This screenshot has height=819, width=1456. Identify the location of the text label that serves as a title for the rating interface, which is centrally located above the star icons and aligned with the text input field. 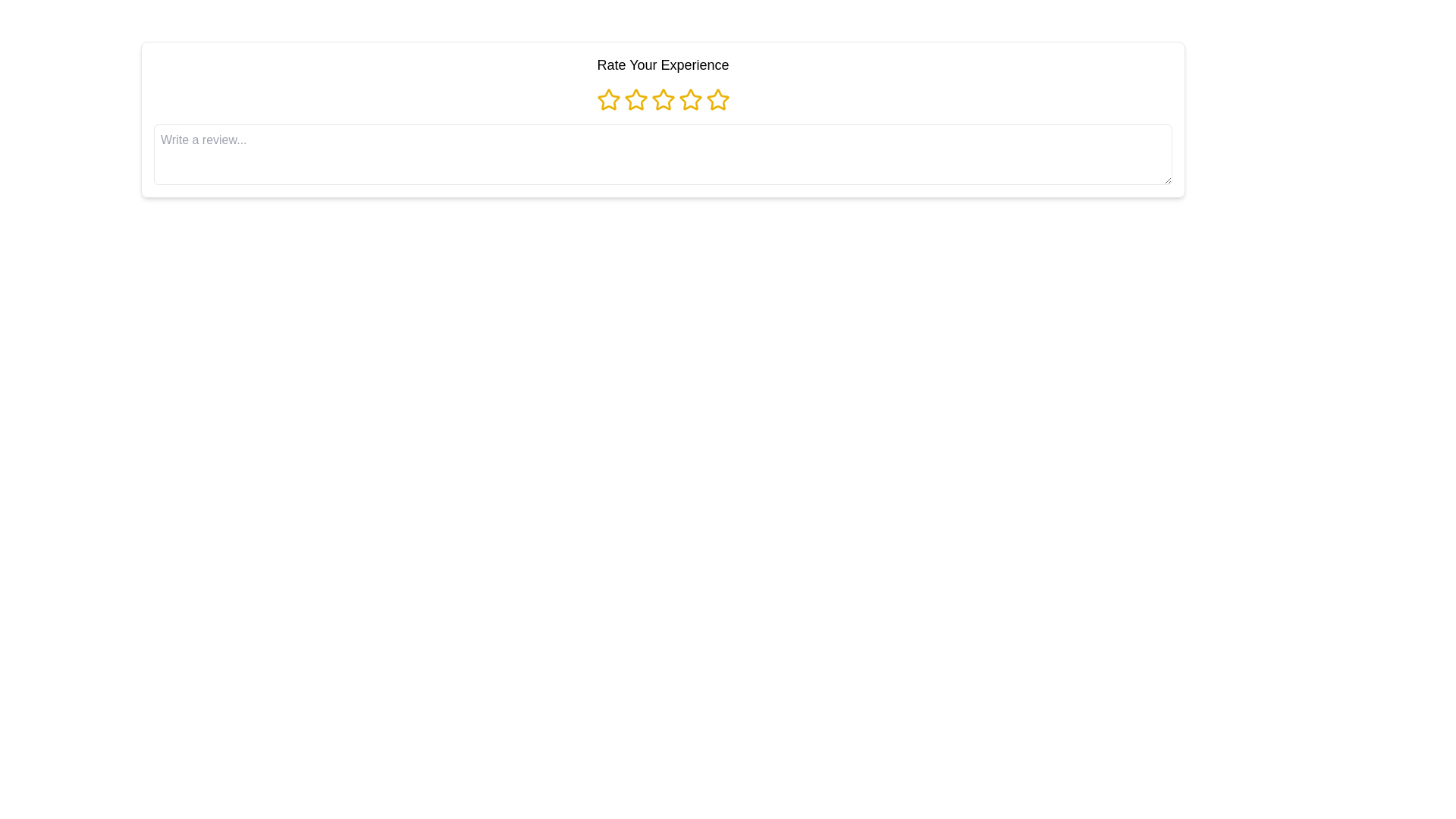
(663, 64).